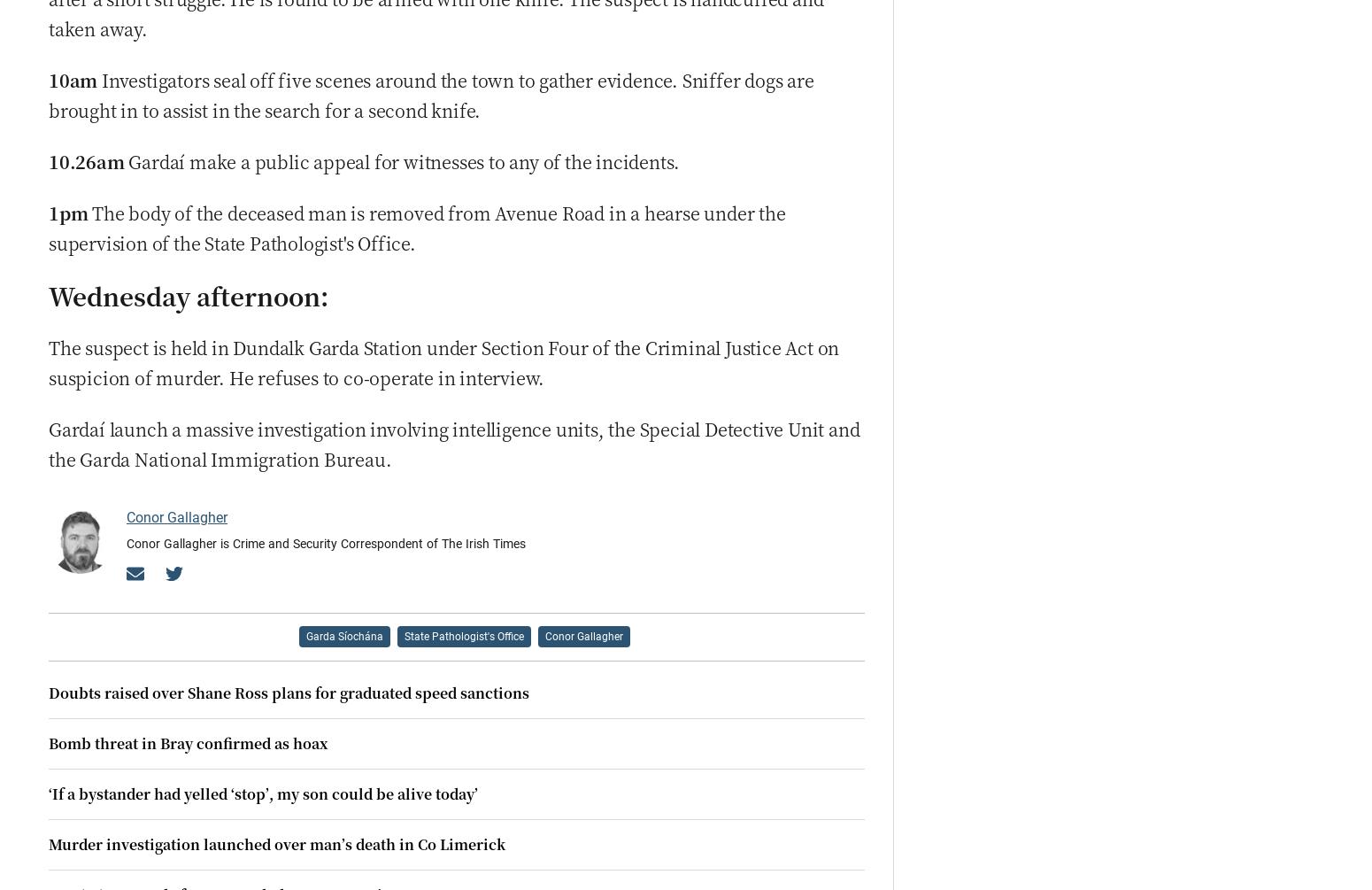  What do you see at coordinates (404, 159) in the screenshot?
I see `'Gardaí make a public appeal for witnesses to any of the incidents.'` at bounding box center [404, 159].